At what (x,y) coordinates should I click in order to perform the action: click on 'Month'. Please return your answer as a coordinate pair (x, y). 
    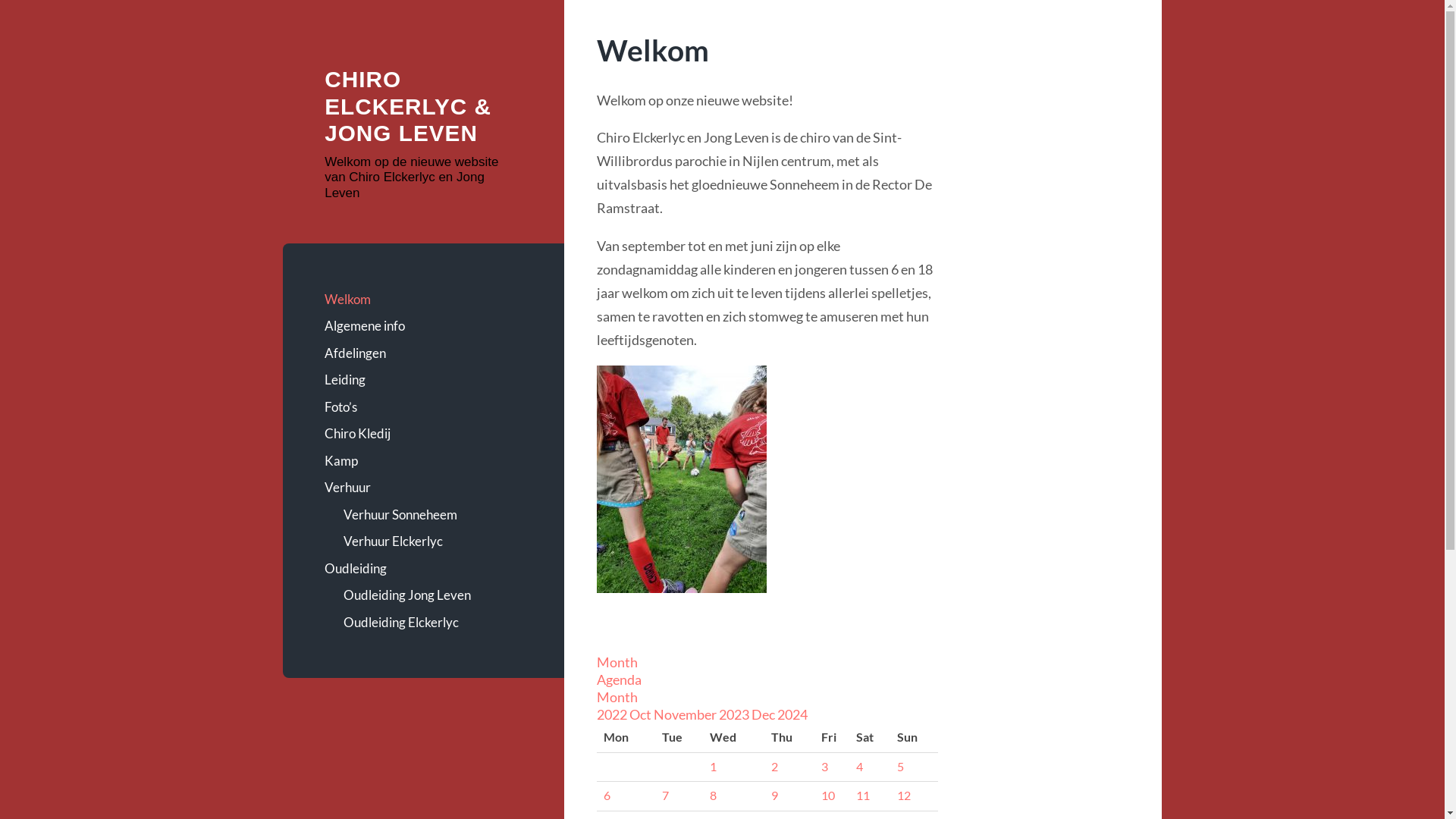
    Looking at the image, I should click on (617, 696).